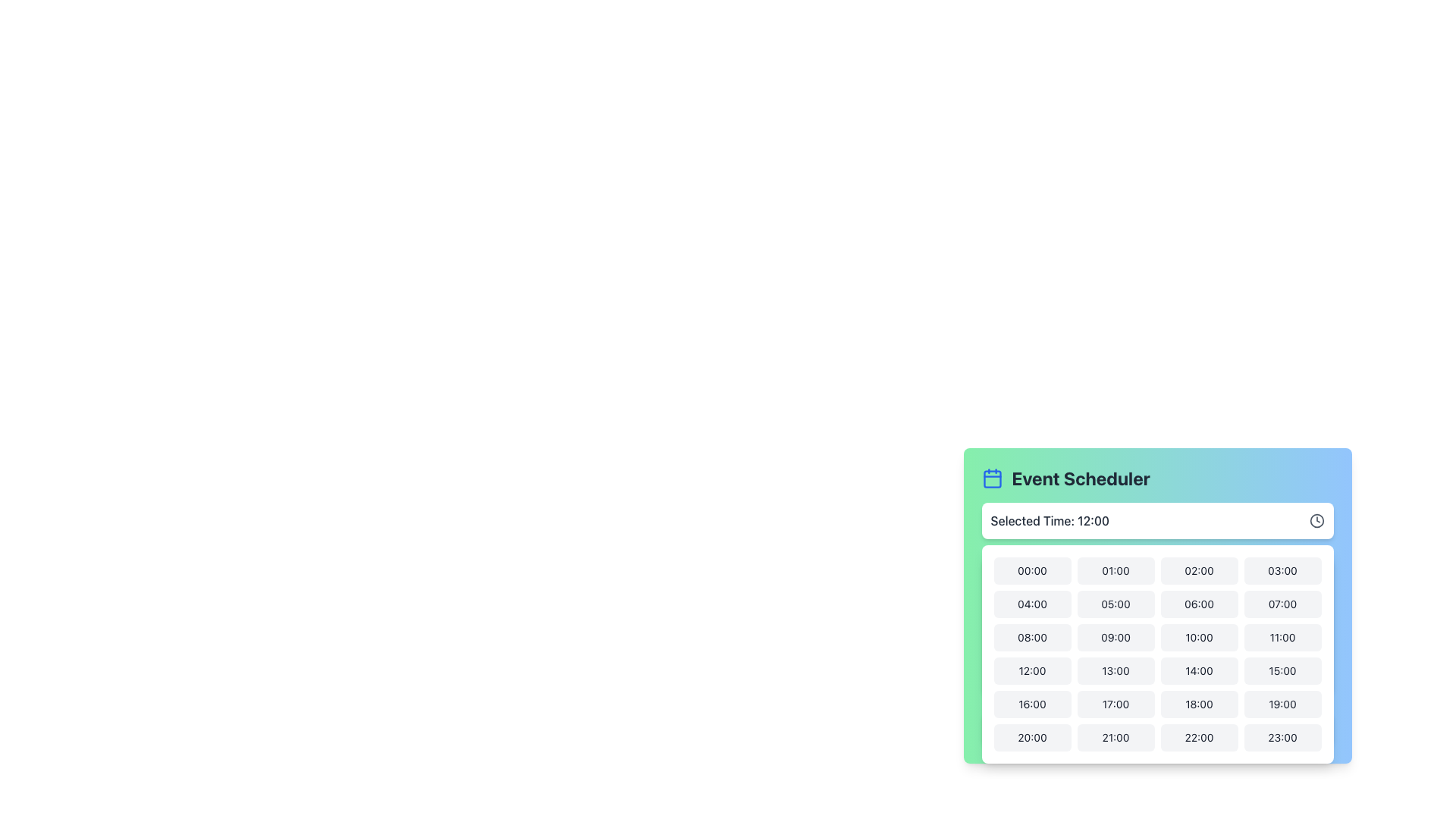 The height and width of the screenshot is (819, 1456). I want to click on the button labeled '06:00', which is a rectangular button with rounded corners and a light gray background, located in the second row and third column of the time slot grid under 'Event Scheduler', so click(1156, 604).